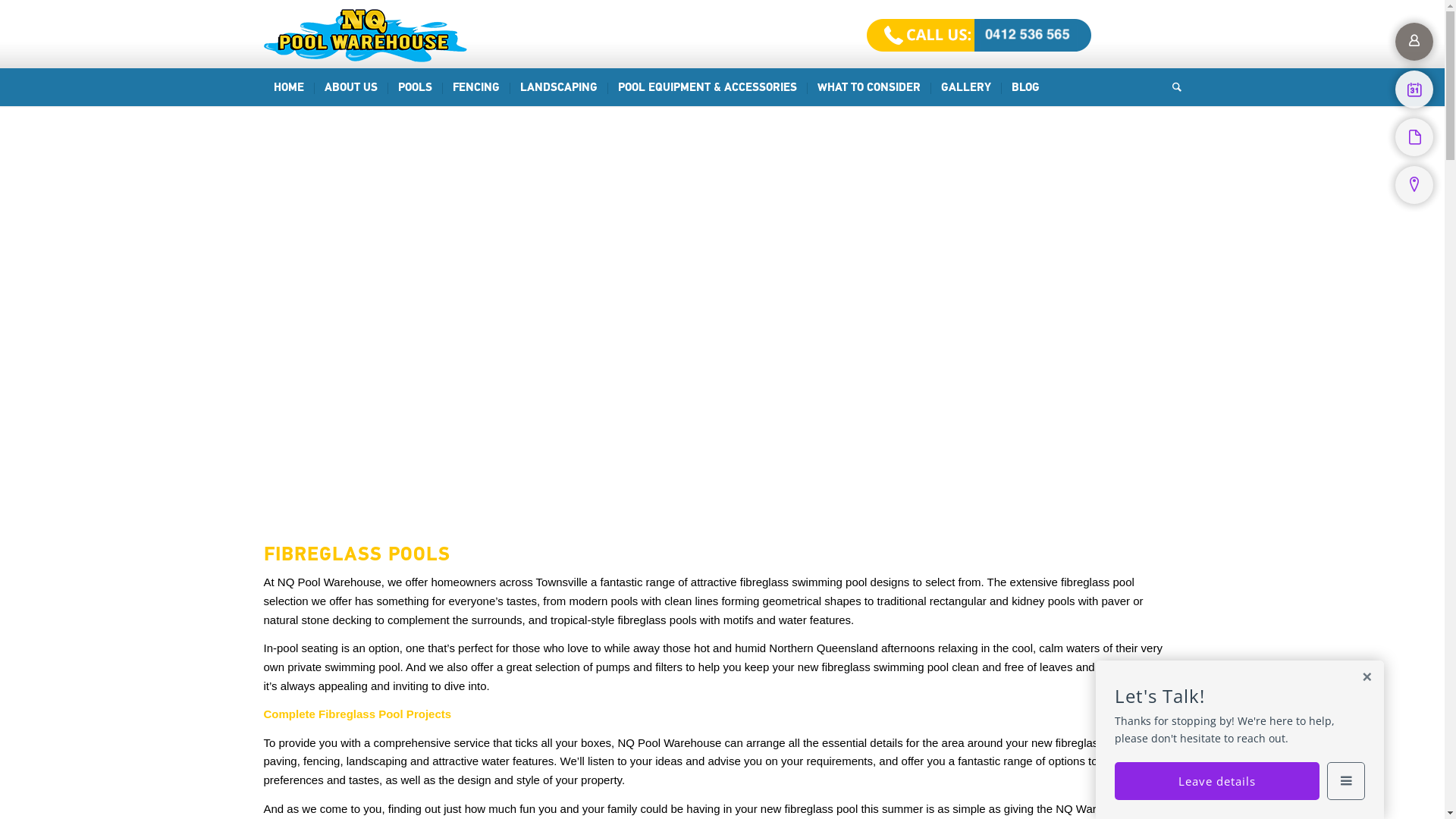  What do you see at coordinates (414, 87) in the screenshot?
I see `'POOLS'` at bounding box center [414, 87].